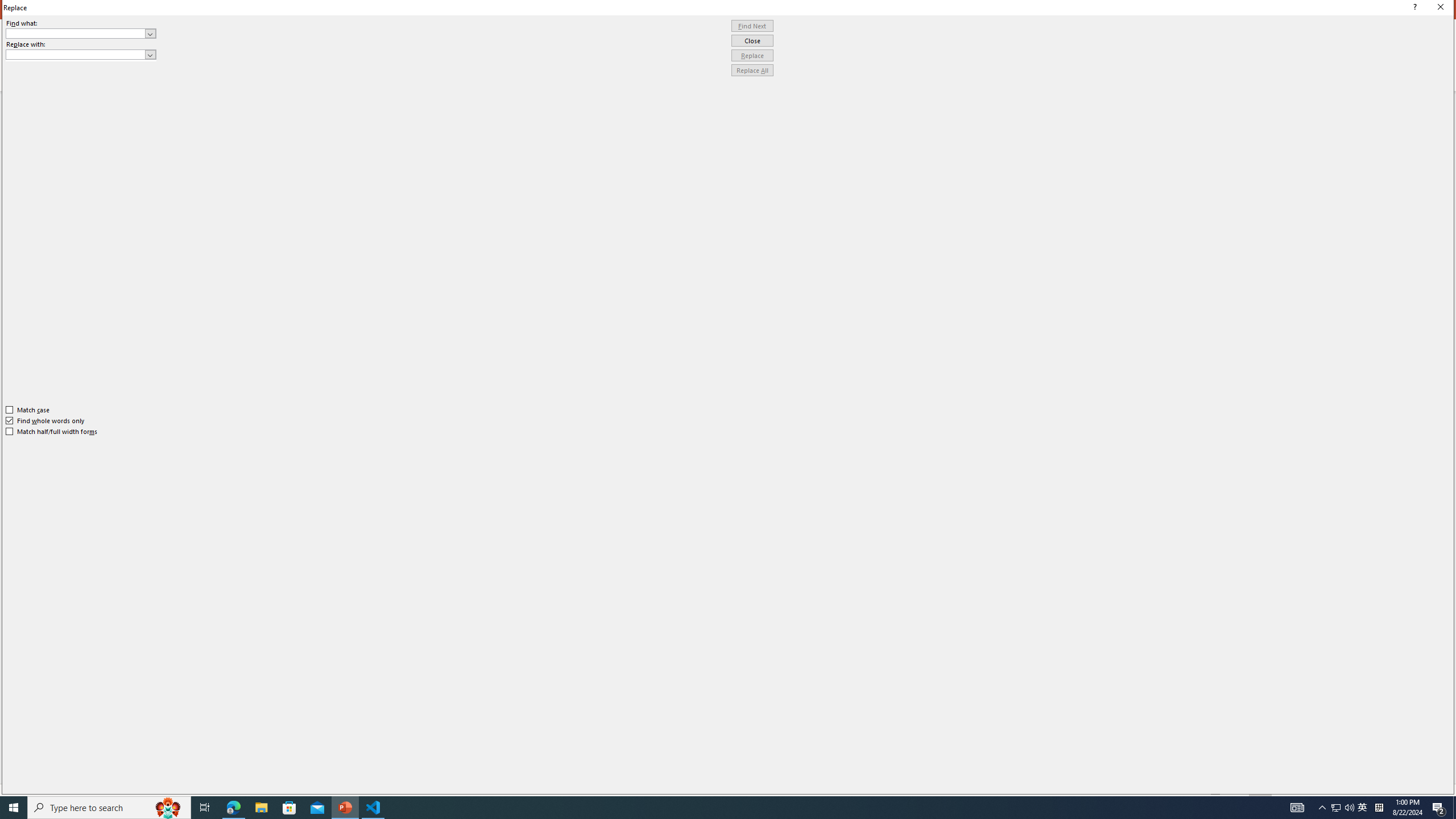  I want to click on 'Replace with', so click(76, 54).